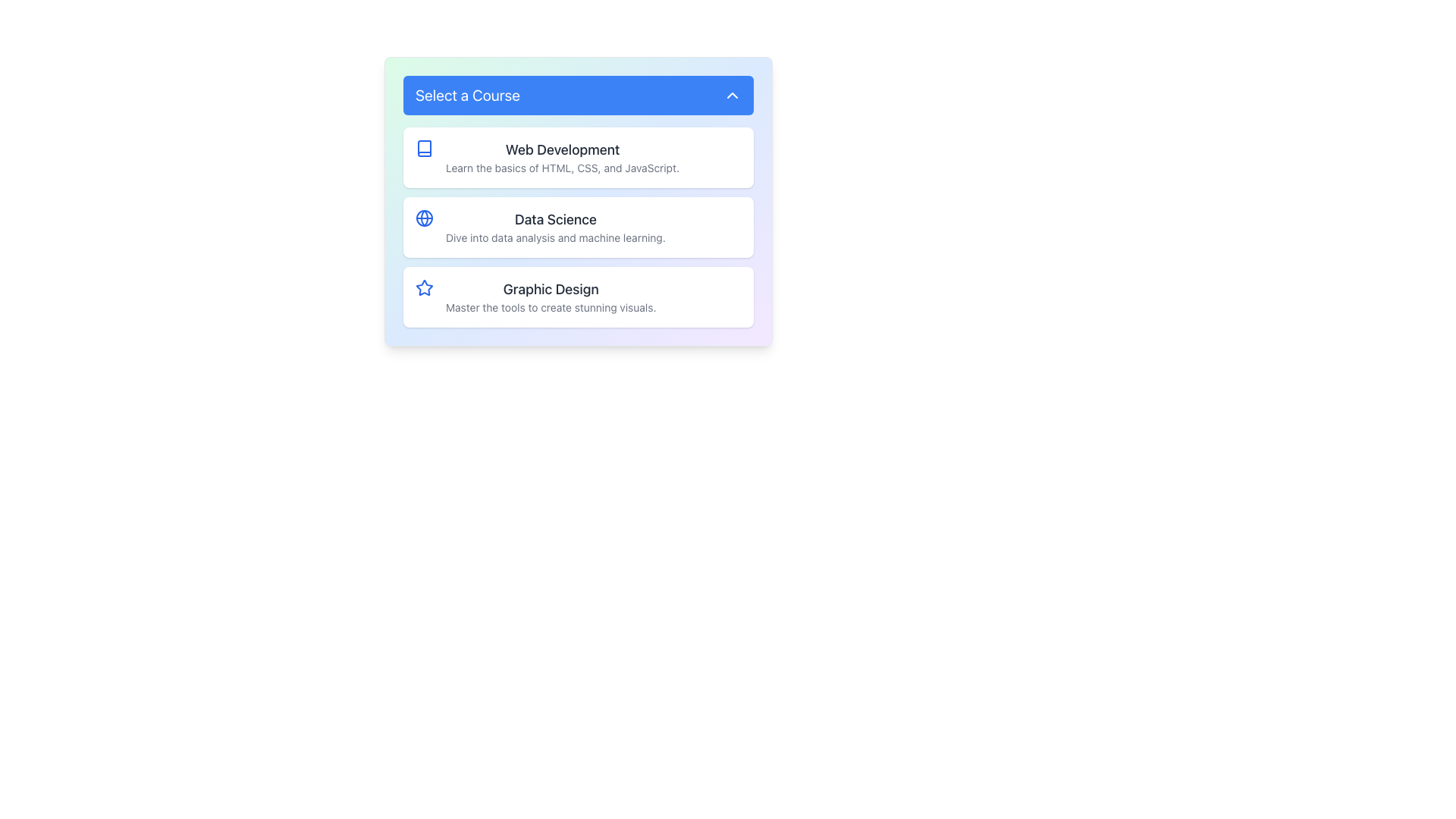 The width and height of the screenshot is (1456, 819). I want to click on the 'Web Development' text block, which contains a headline in bold and a subtext in a lighter font, located within the first section of a vertical list under a blue header titled 'Select a Course', so click(562, 158).